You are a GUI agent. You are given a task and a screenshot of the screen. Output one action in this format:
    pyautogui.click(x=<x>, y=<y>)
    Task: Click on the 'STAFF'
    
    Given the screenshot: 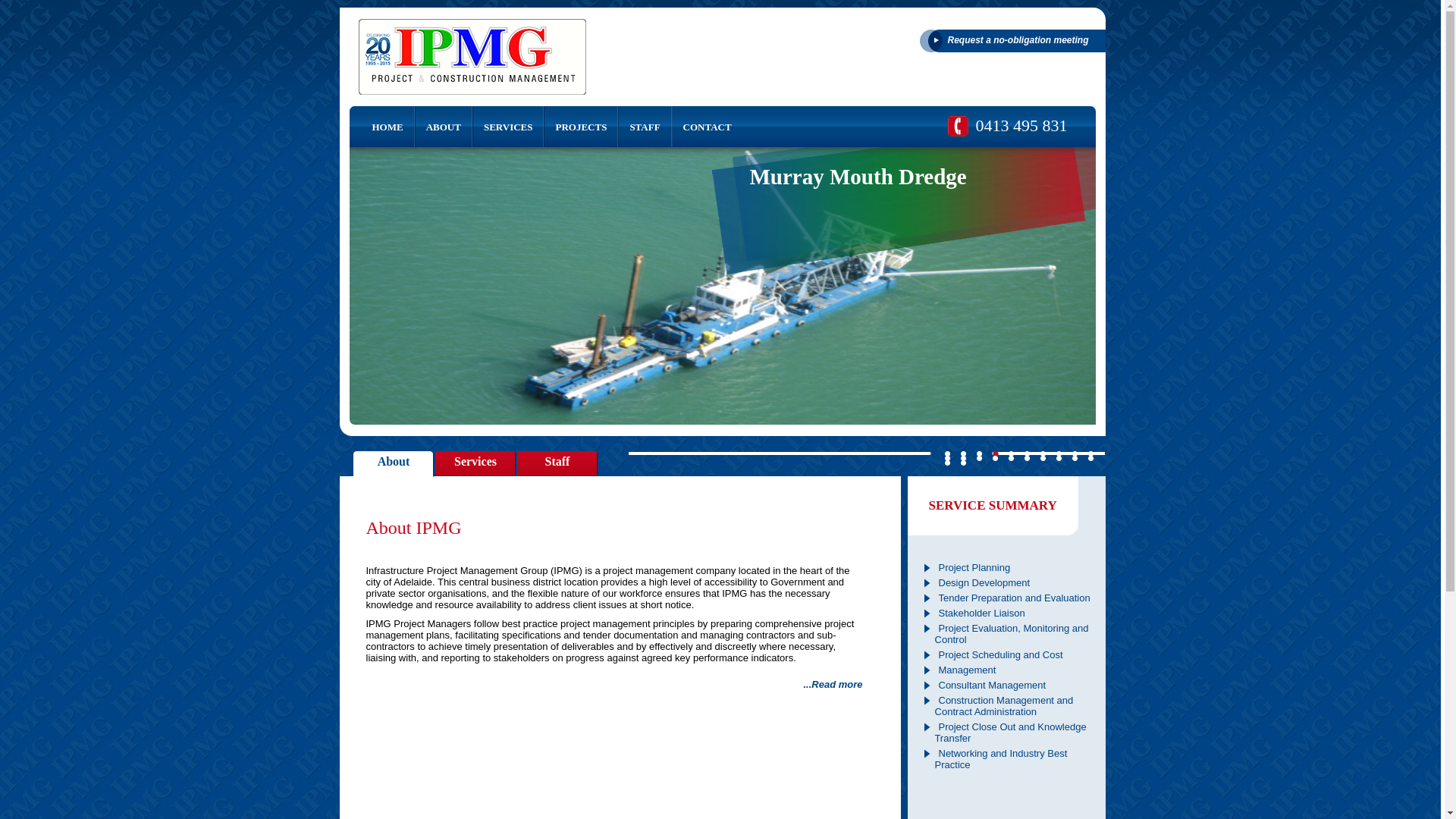 What is the action you would take?
    pyautogui.click(x=644, y=125)
    